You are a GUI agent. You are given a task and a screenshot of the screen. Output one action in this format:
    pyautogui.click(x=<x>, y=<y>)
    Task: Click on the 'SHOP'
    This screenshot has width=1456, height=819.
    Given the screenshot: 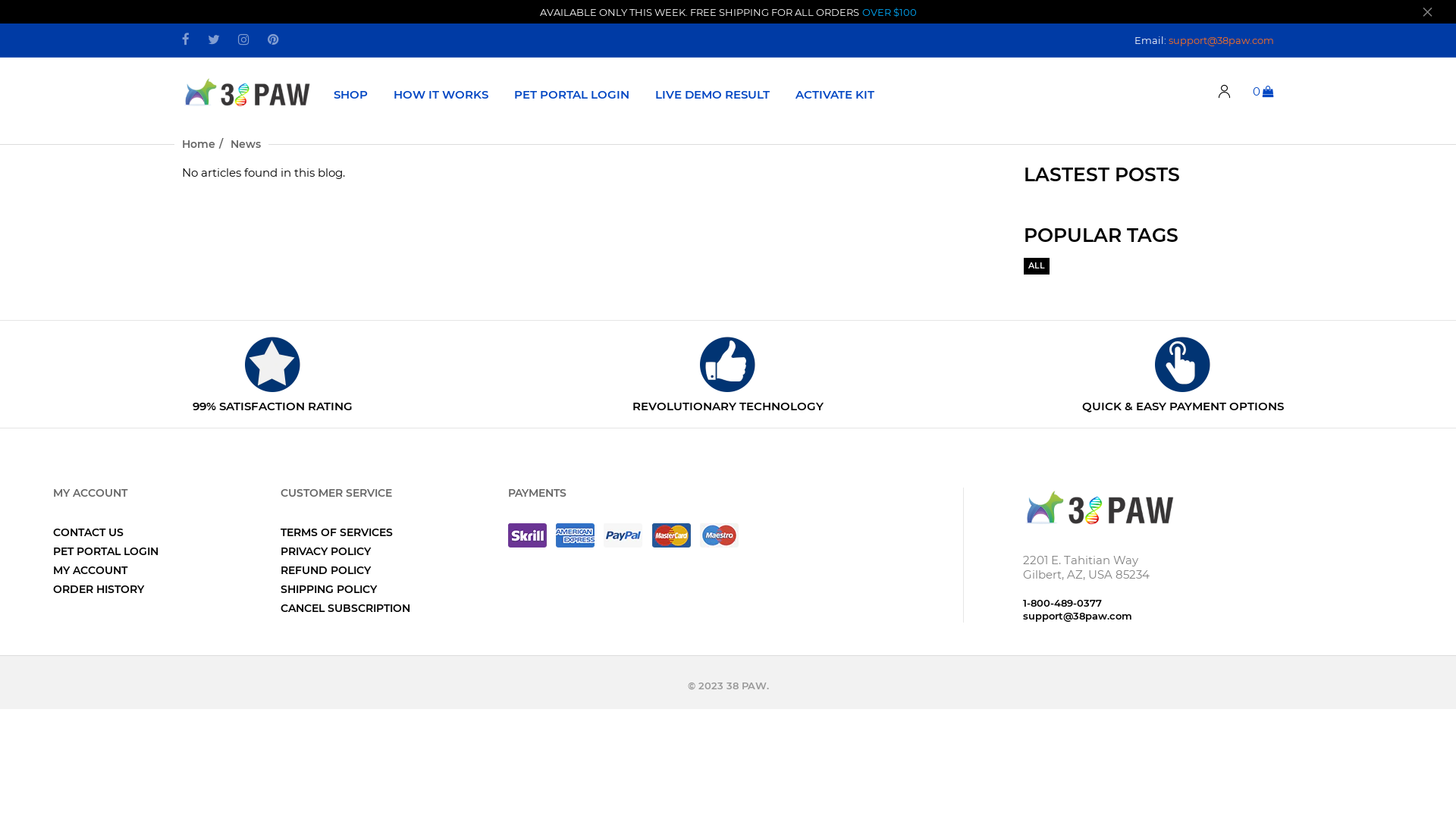 What is the action you would take?
    pyautogui.click(x=350, y=93)
    